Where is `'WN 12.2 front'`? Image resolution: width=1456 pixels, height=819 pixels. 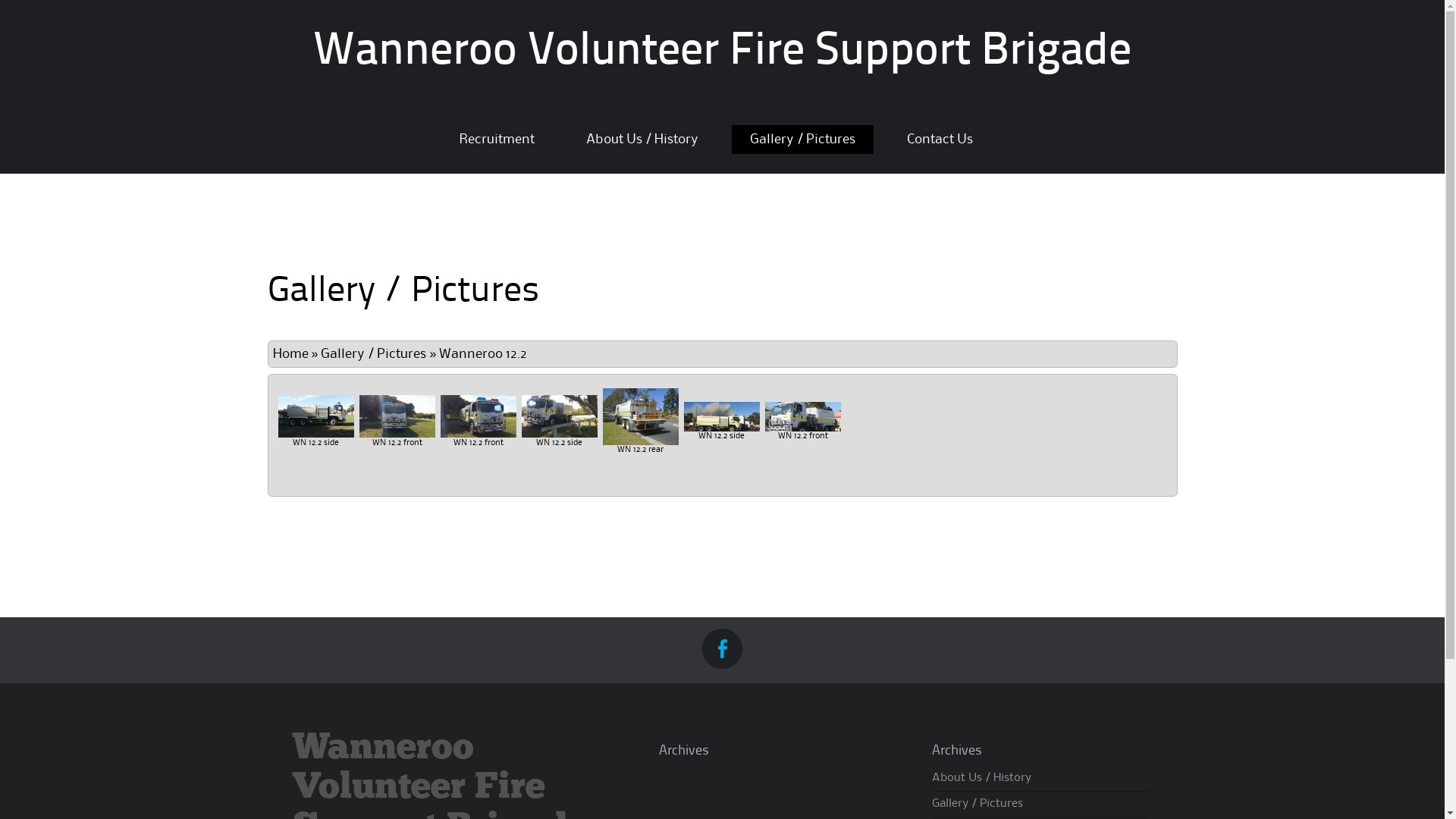 'WN 12.2 front' is located at coordinates (397, 416).